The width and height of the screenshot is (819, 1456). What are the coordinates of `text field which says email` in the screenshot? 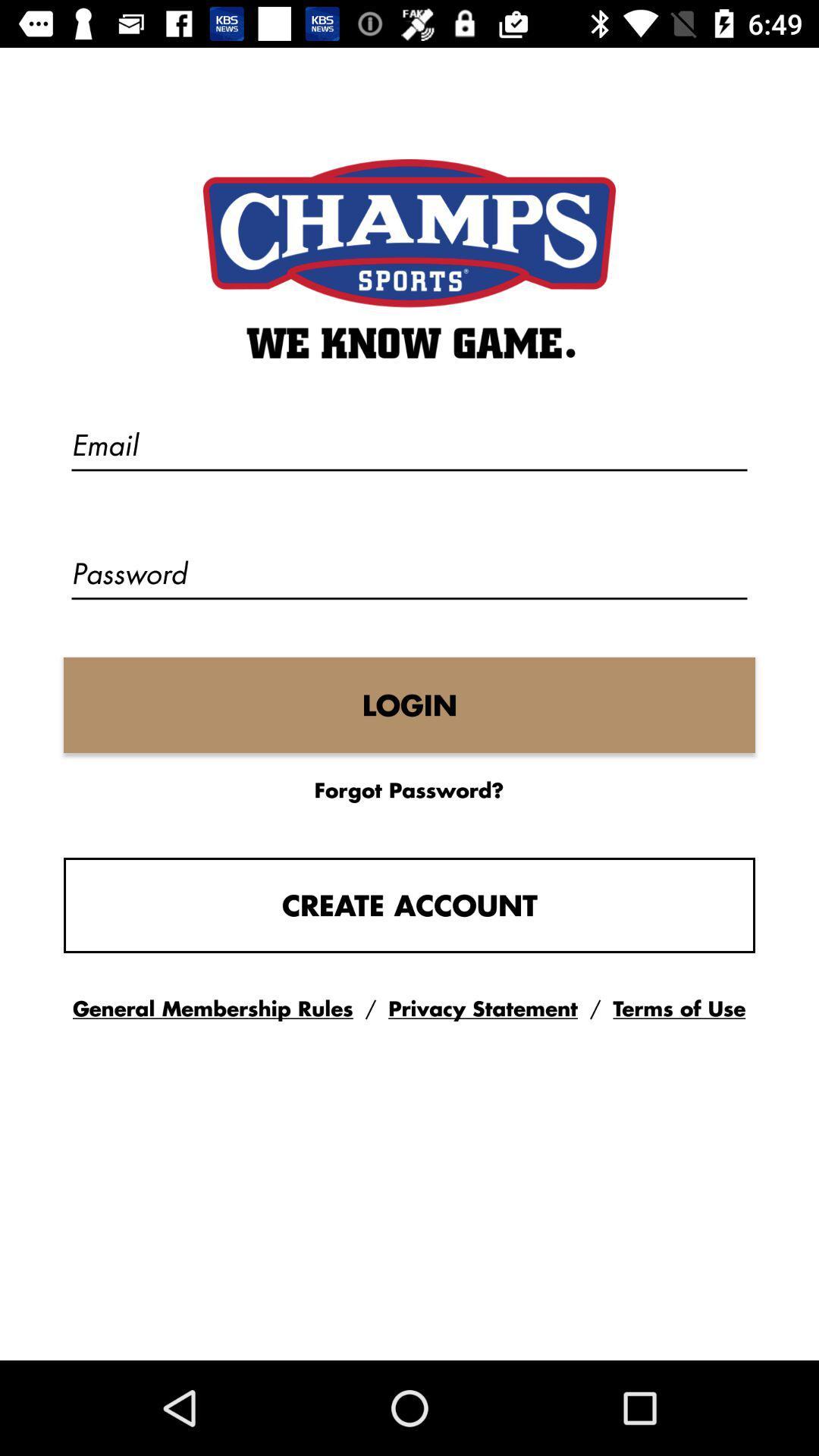 It's located at (409, 447).